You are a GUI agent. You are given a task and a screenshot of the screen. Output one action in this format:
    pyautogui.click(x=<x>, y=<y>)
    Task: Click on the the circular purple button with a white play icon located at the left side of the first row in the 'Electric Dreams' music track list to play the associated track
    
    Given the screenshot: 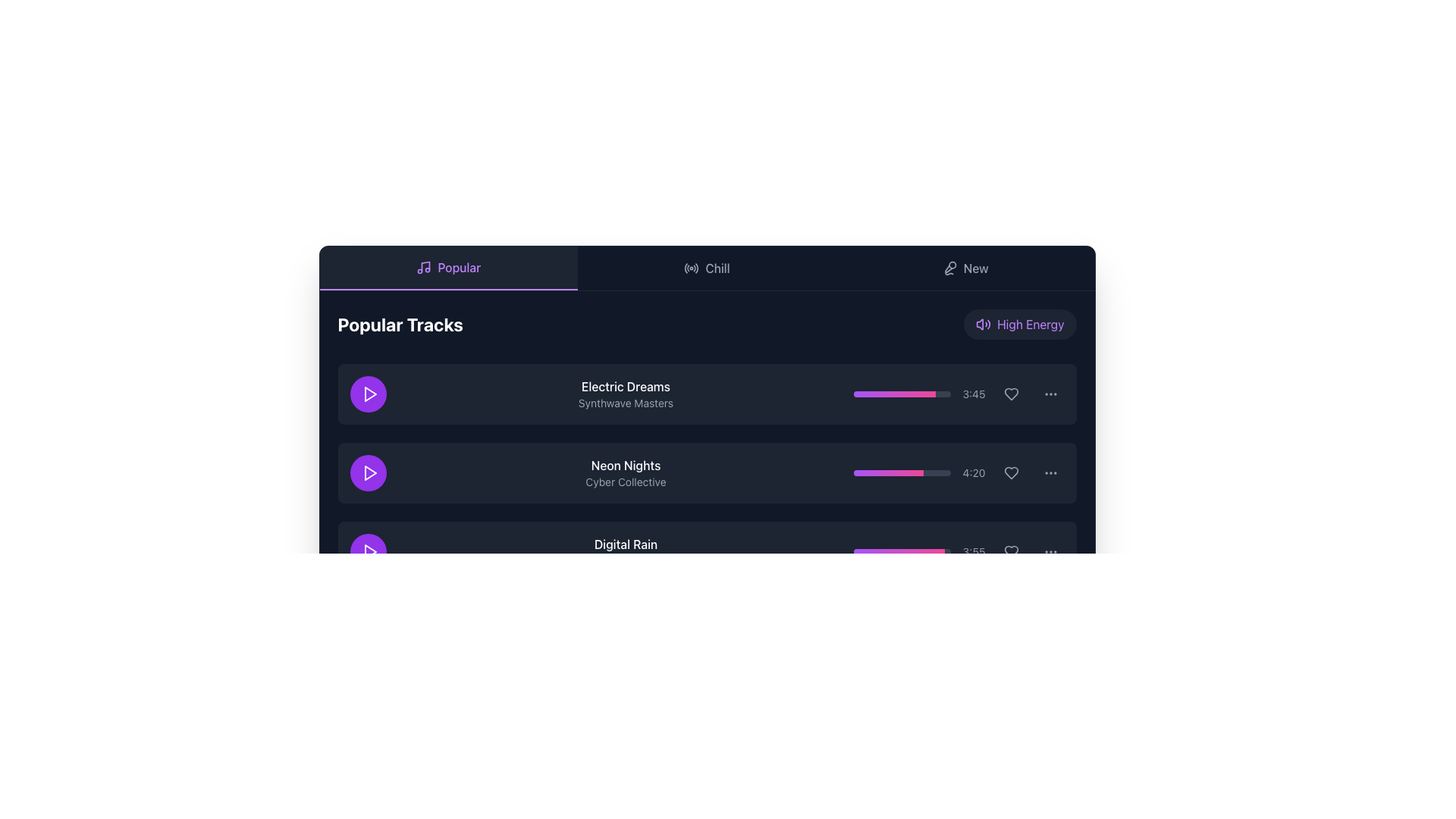 What is the action you would take?
    pyautogui.click(x=368, y=394)
    